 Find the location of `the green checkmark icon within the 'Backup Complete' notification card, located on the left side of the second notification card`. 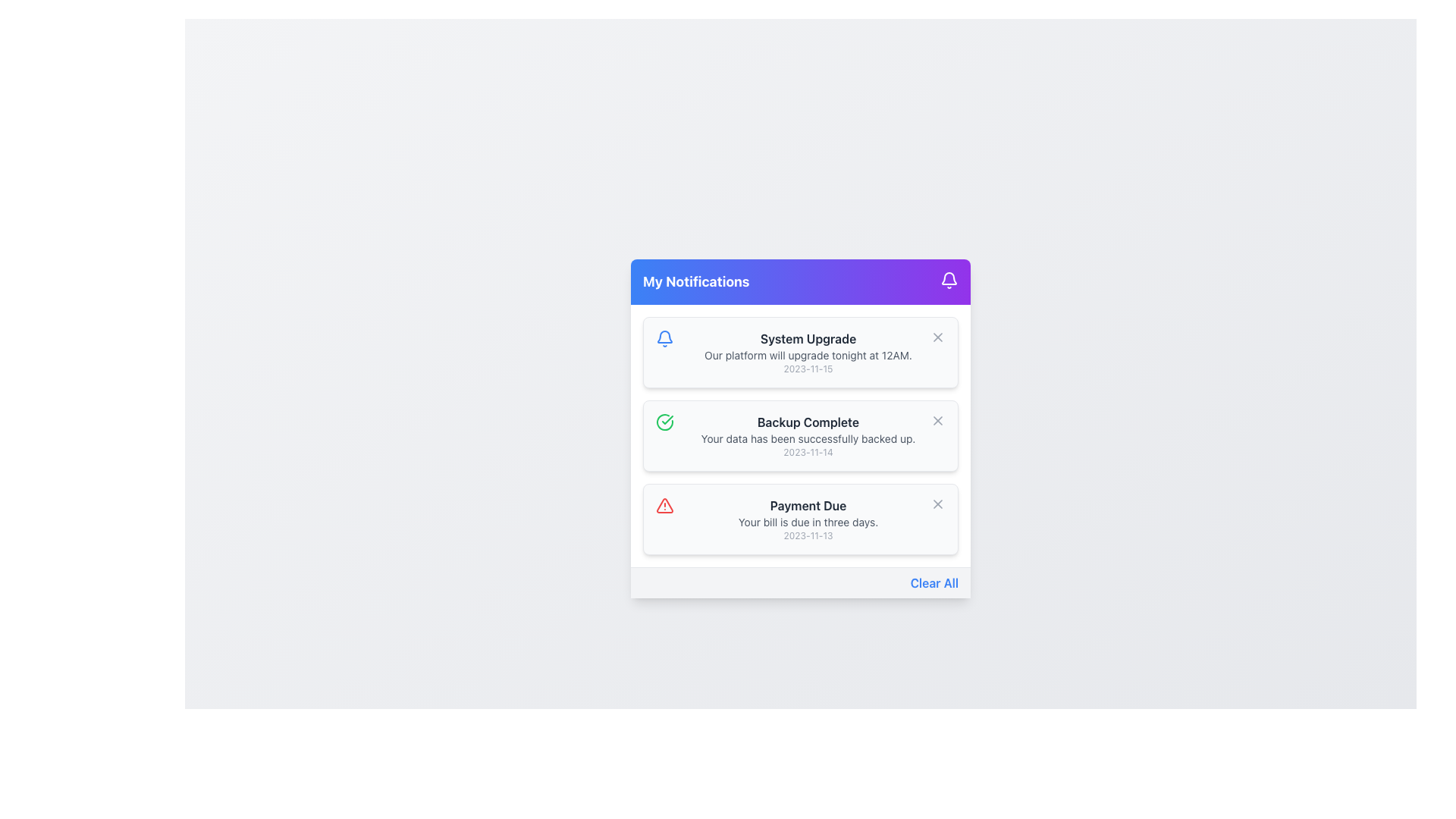

the green checkmark icon within the 'Backup Complete' notification card, located on the left side of the second notification card is located at coordinates (665, 421).